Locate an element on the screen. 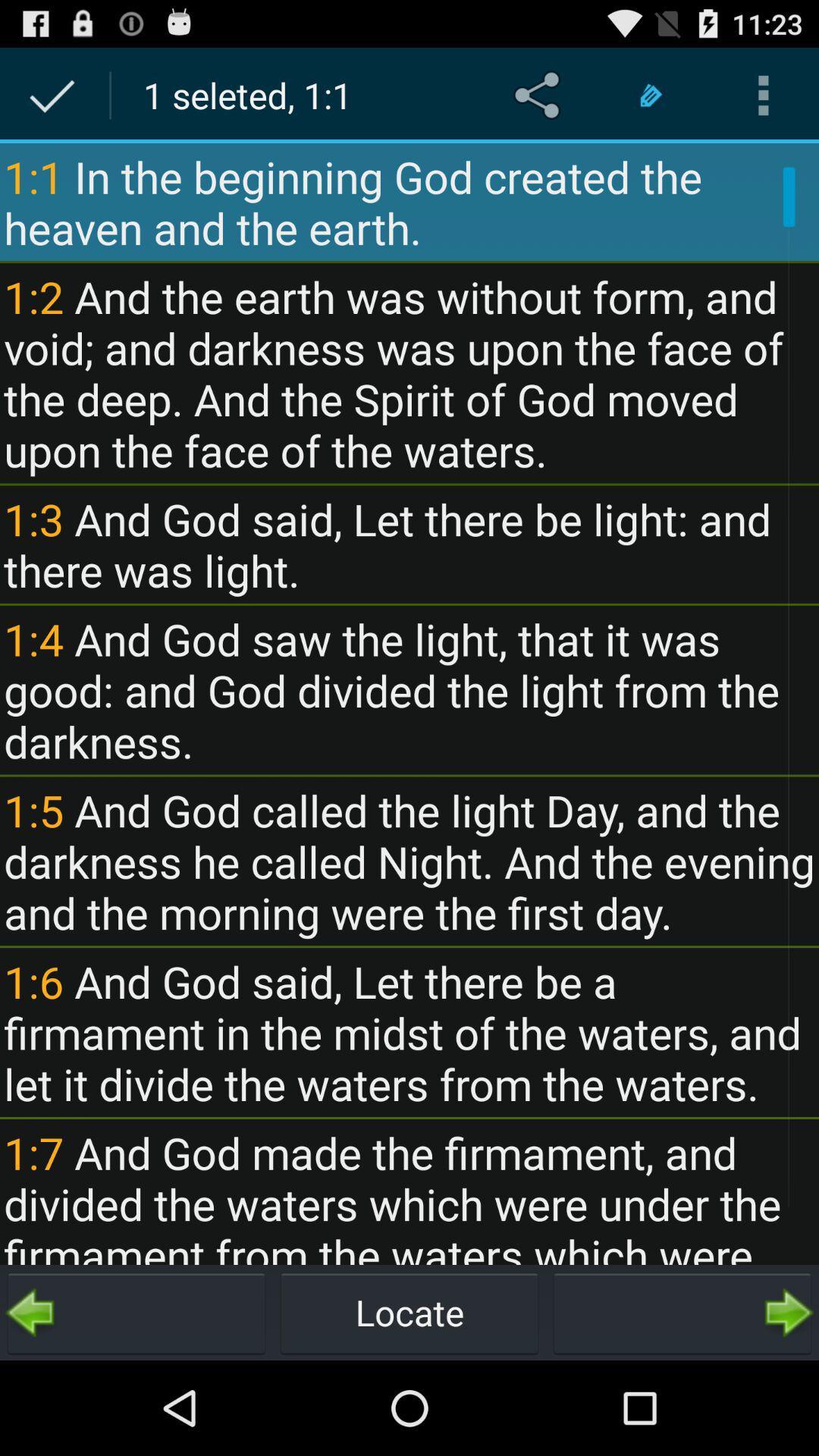  icon at the bottom right corner is located at coordinates (681, 1312).